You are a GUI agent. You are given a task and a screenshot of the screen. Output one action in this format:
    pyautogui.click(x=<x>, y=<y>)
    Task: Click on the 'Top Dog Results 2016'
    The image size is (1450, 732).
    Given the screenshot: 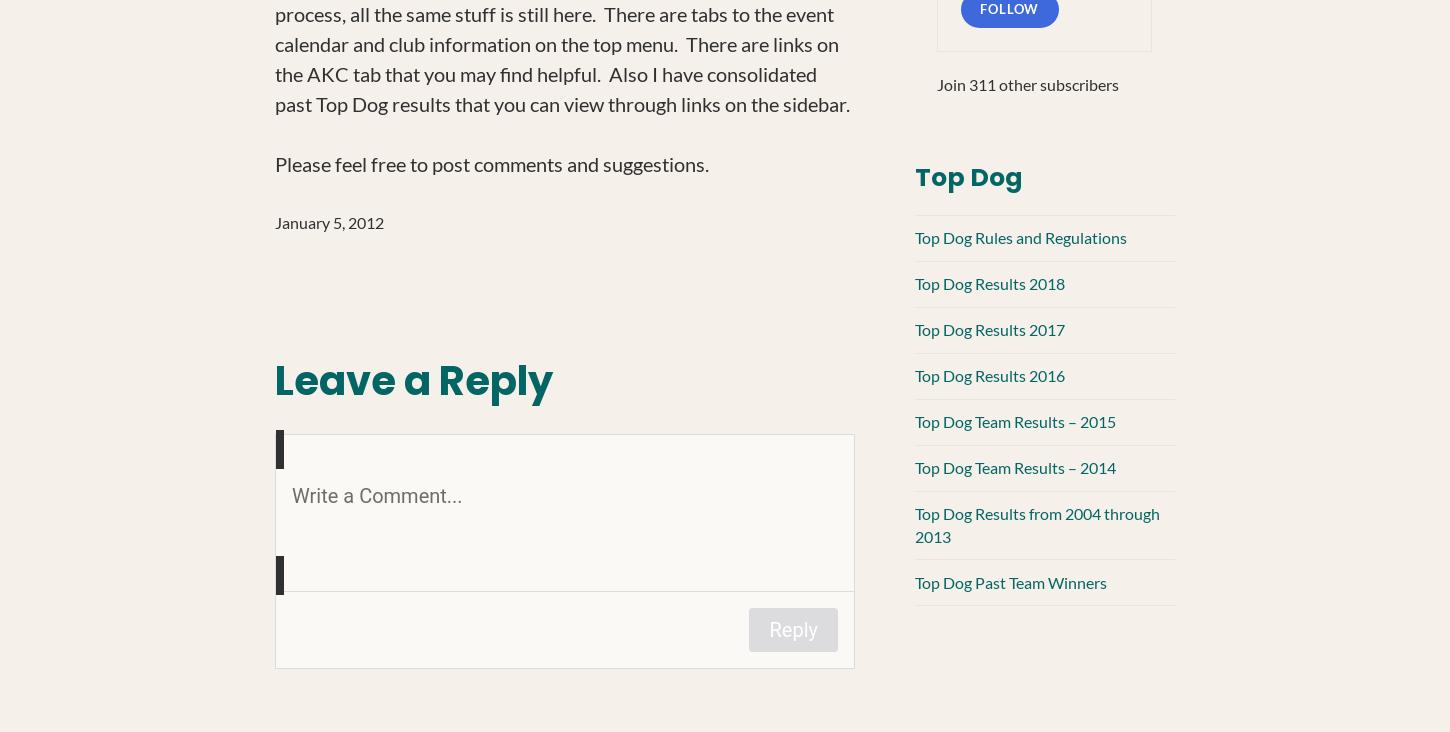 What is the action you would take?
    pyautogui.click(x=989, y=374)
    